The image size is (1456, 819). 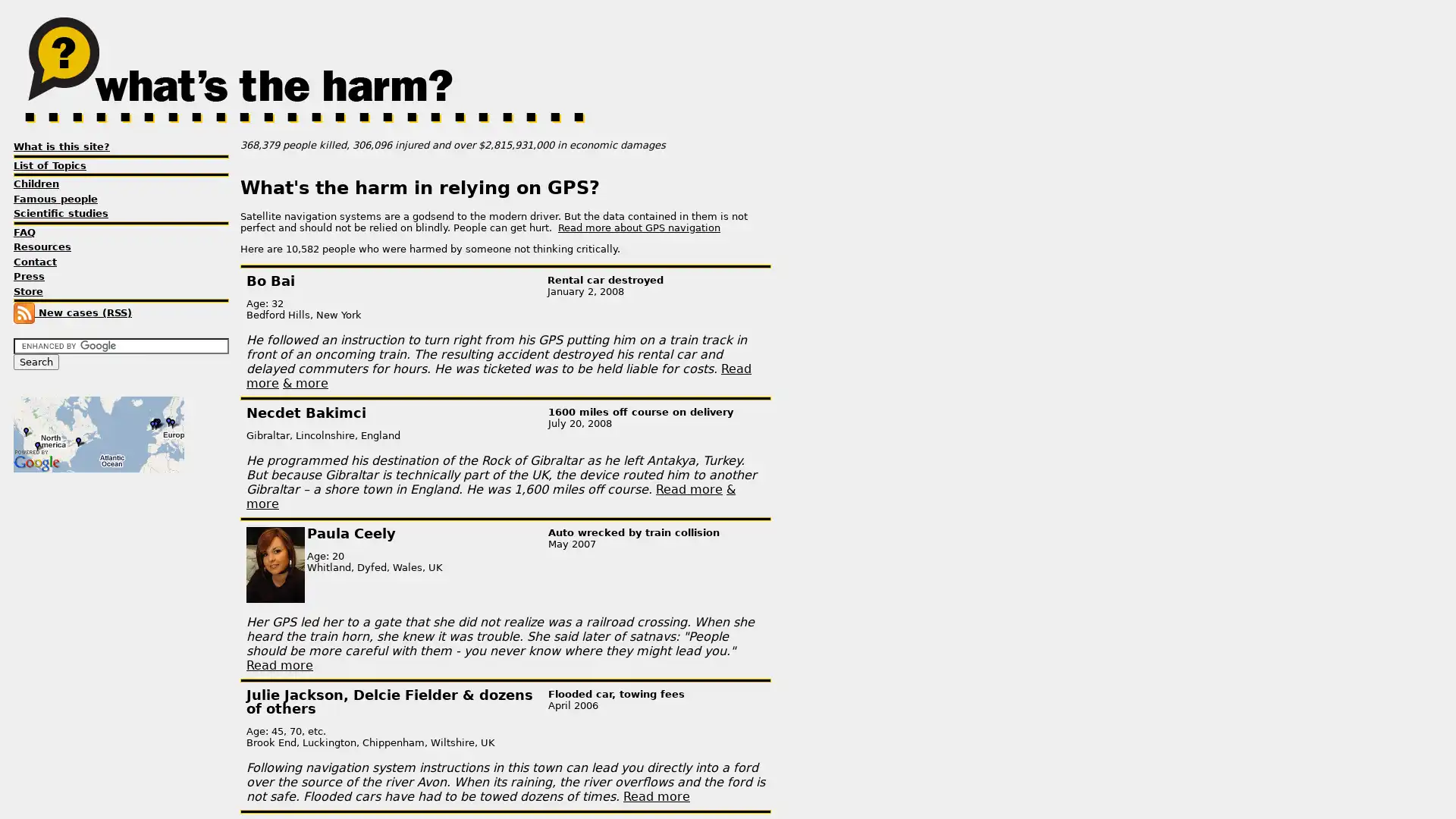 What do you see at coordinates (36, 362) in the screenshot?
I see `Search` at bounding box center [36, 362].